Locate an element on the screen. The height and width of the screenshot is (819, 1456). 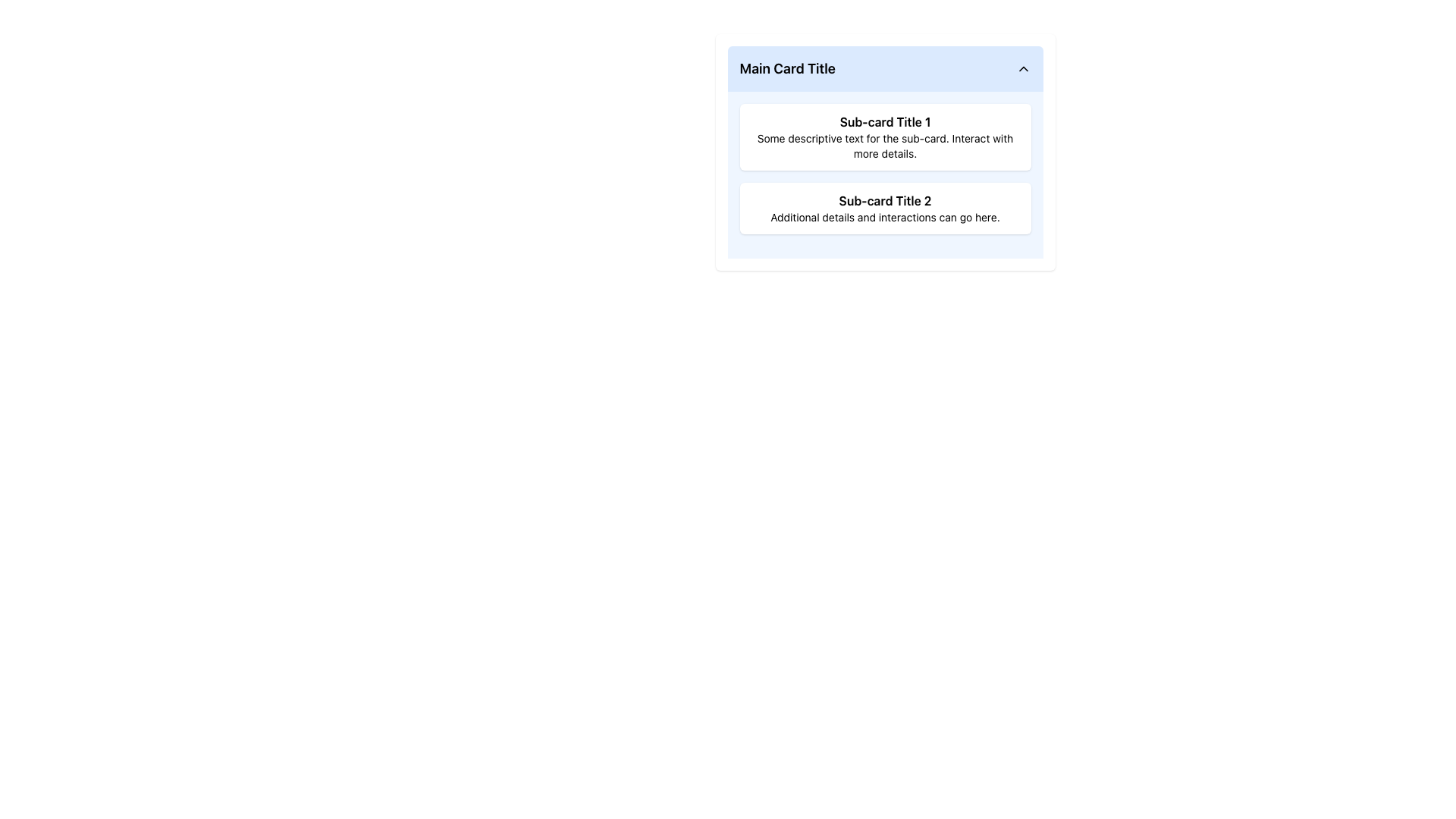
the Card component located beneath 'Sub-card Title 1' in the blue-toned card titled 'Main Card Title' is located at coordinates (885, 208).